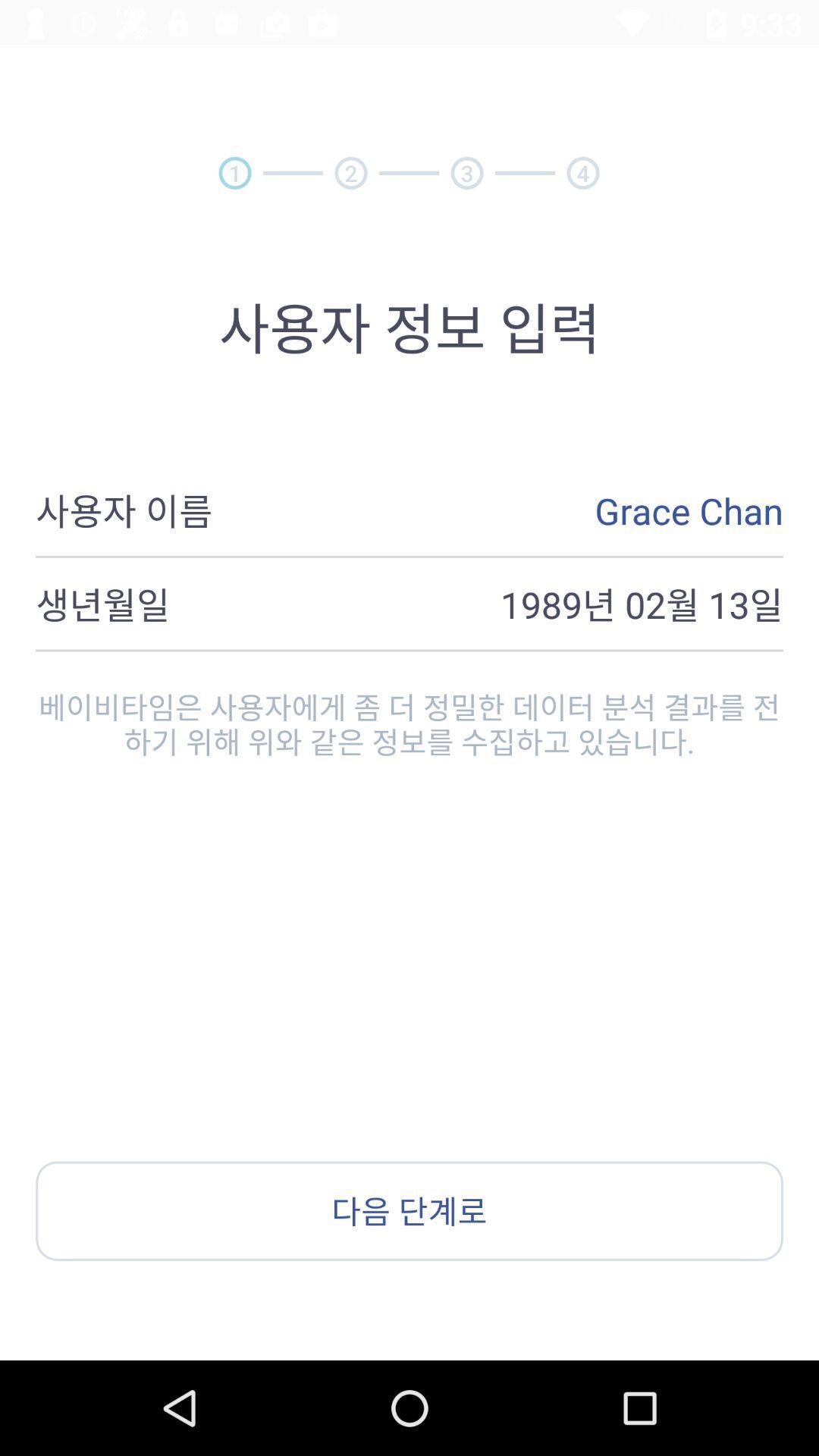 This screenshot has width=819, height=1456. Describe the element at coordinates (582, 173) in the screenshot. I see `item at the top right corner` at that location.